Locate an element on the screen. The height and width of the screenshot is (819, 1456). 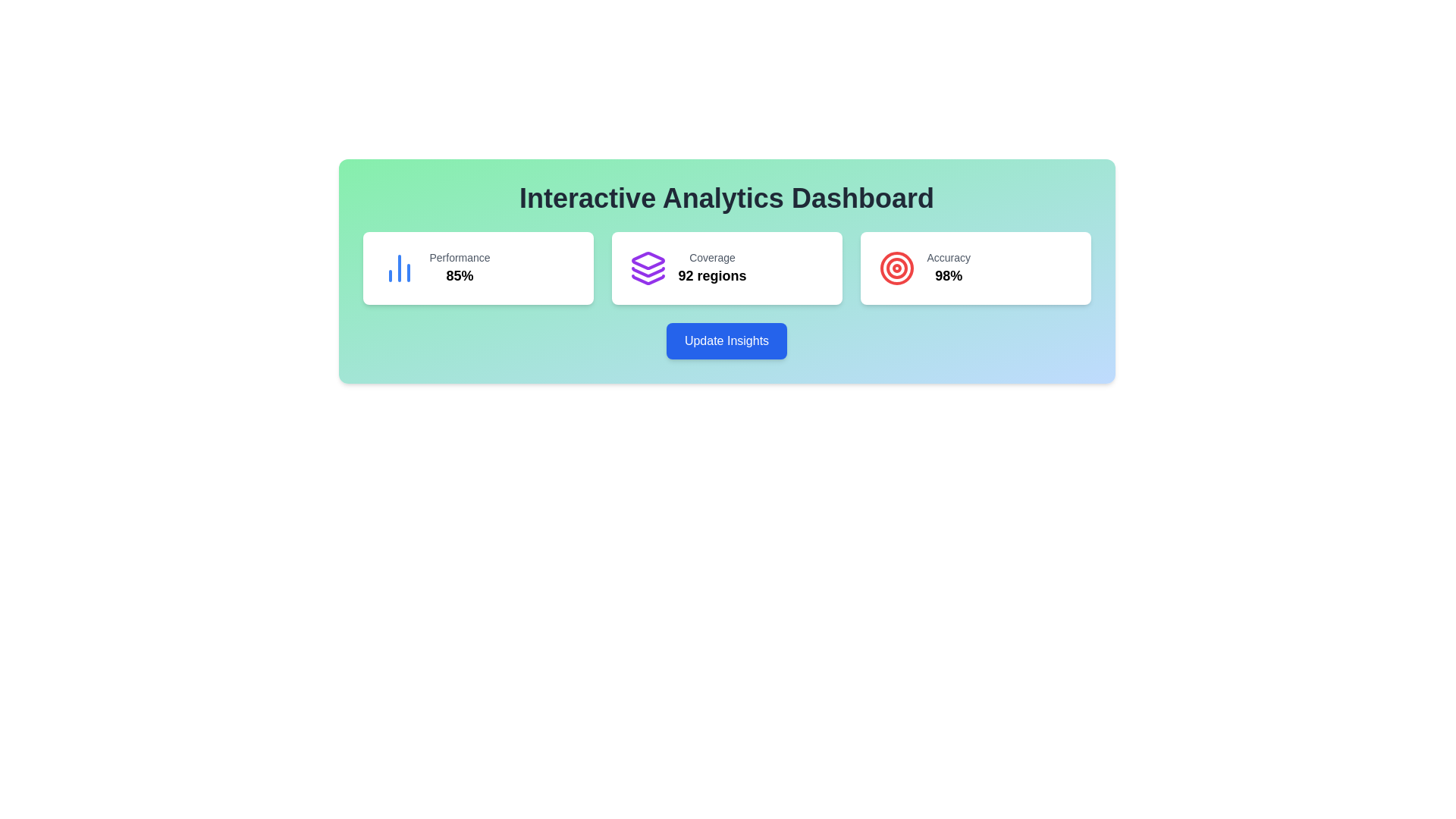
the prominent text label displaying '92 regions', which is located in the central card of a three-part layout, below the smaller text 'Coverage' is located at coordinates (711, 275).